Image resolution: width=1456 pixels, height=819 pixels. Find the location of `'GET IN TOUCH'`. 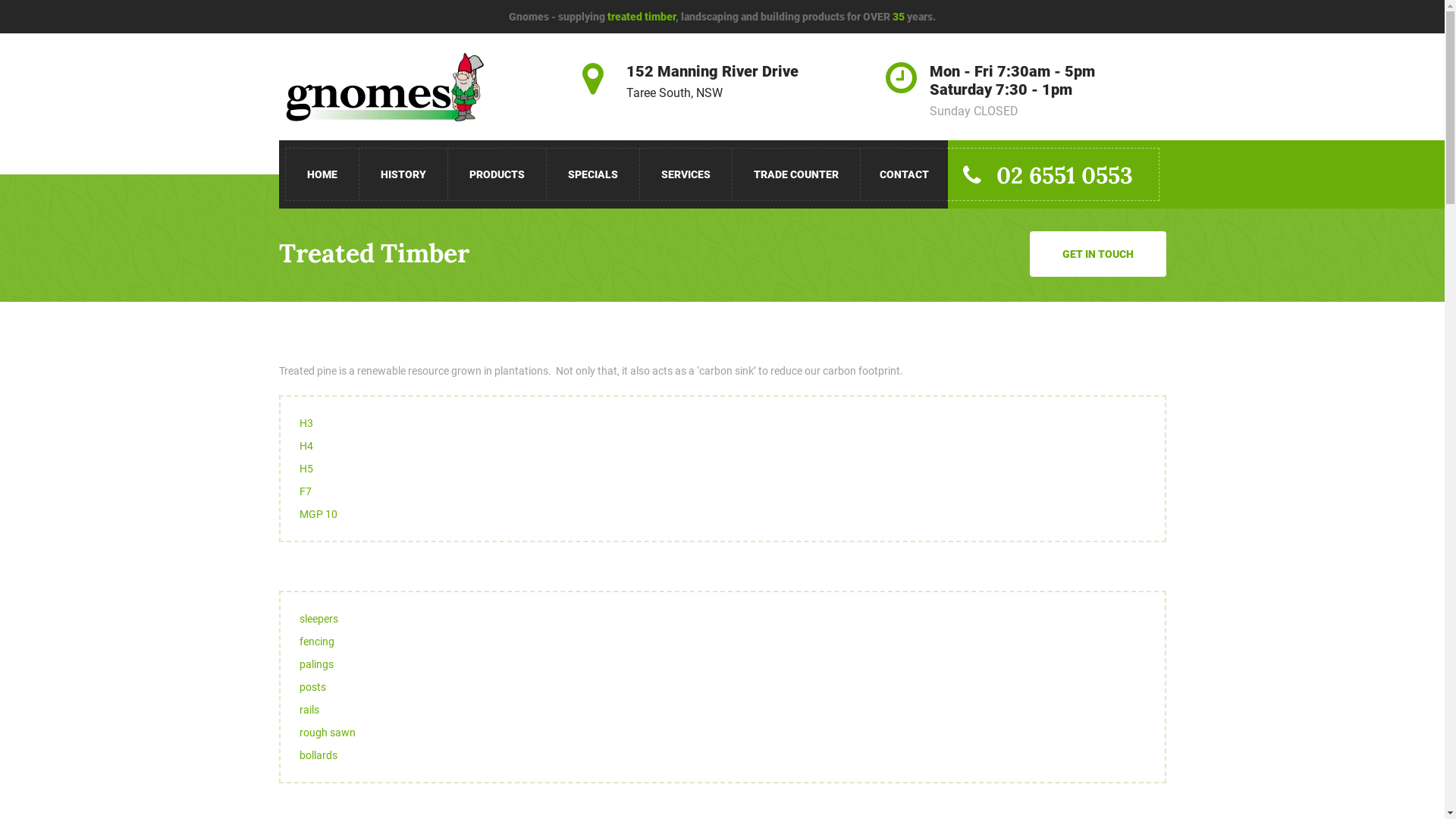

'GET IN TOUCH' is located at coordinates (1098, 253).